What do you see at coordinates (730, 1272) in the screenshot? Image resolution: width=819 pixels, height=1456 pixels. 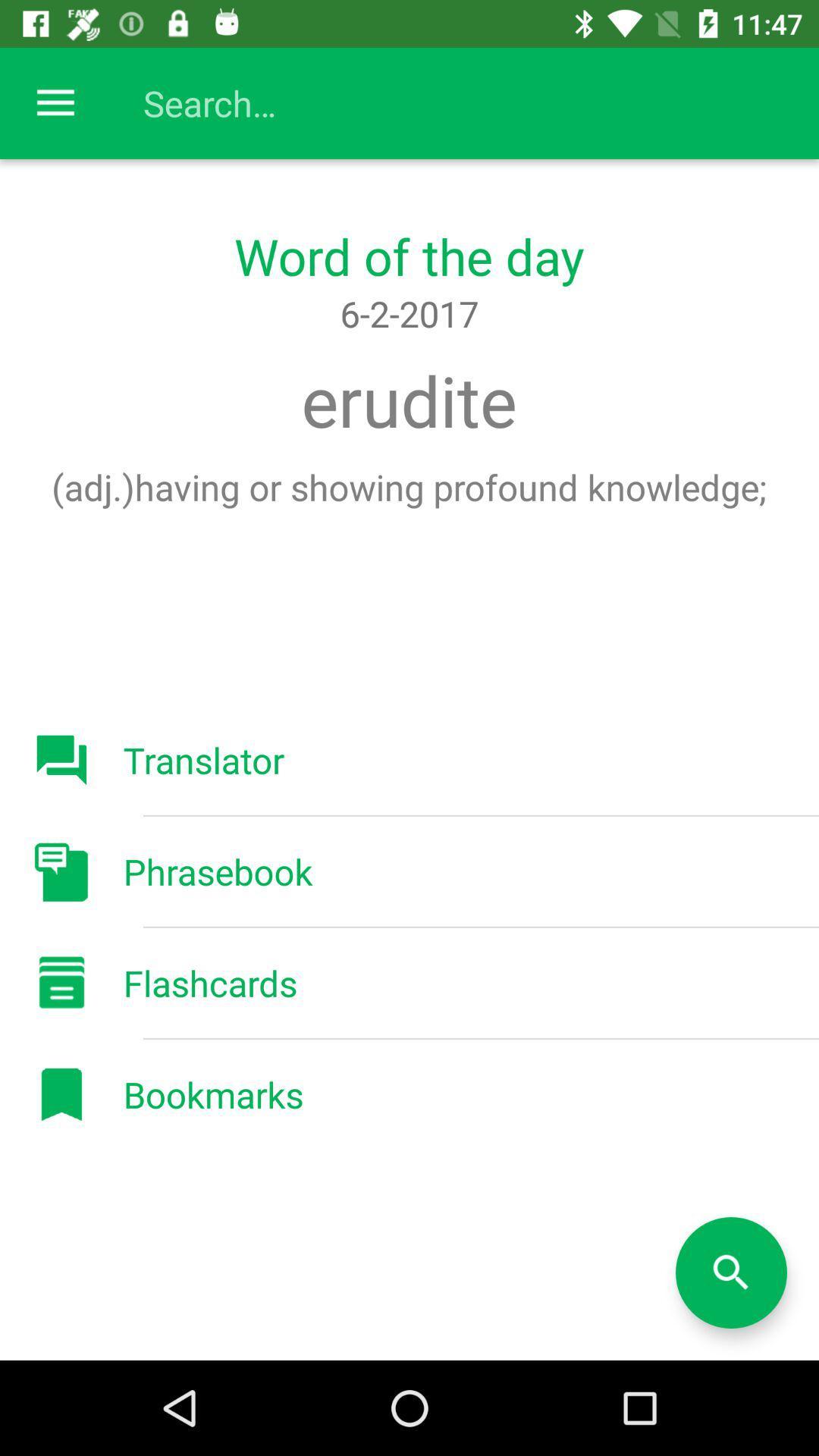 I see `the item at the bottom right corner` at bounding box center [730, 1272].